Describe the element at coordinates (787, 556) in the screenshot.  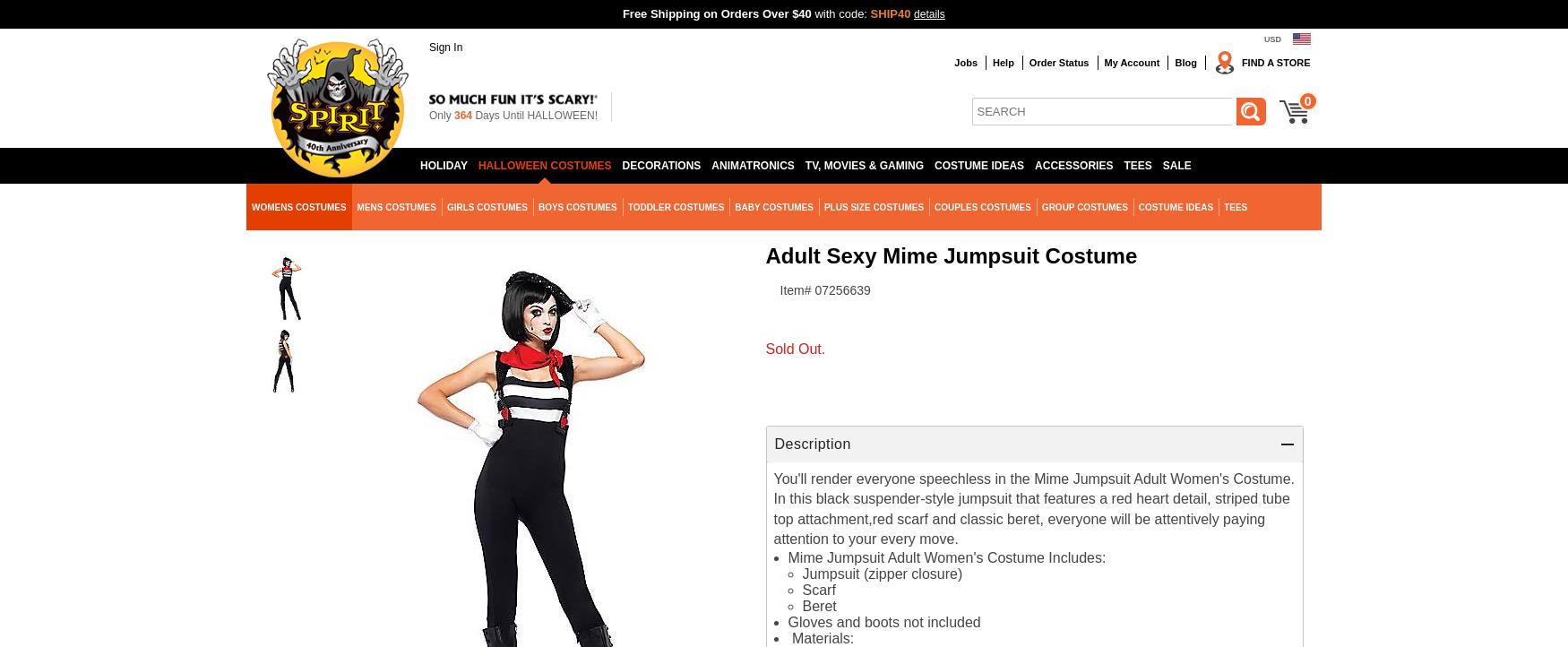
I see `'Mime Jumpsuit Adult Women's Costume Includes:'` at that location.